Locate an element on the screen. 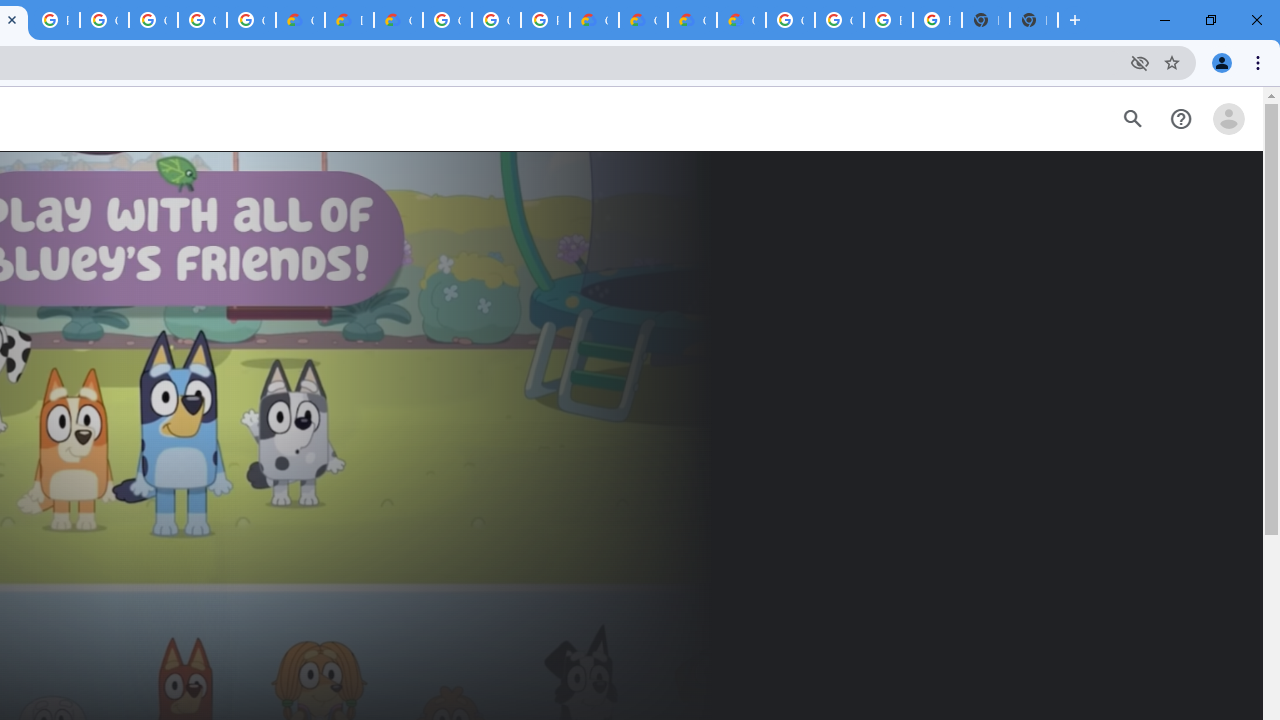  'Google Cloud Service Health' is located at coordinates (740, 20).